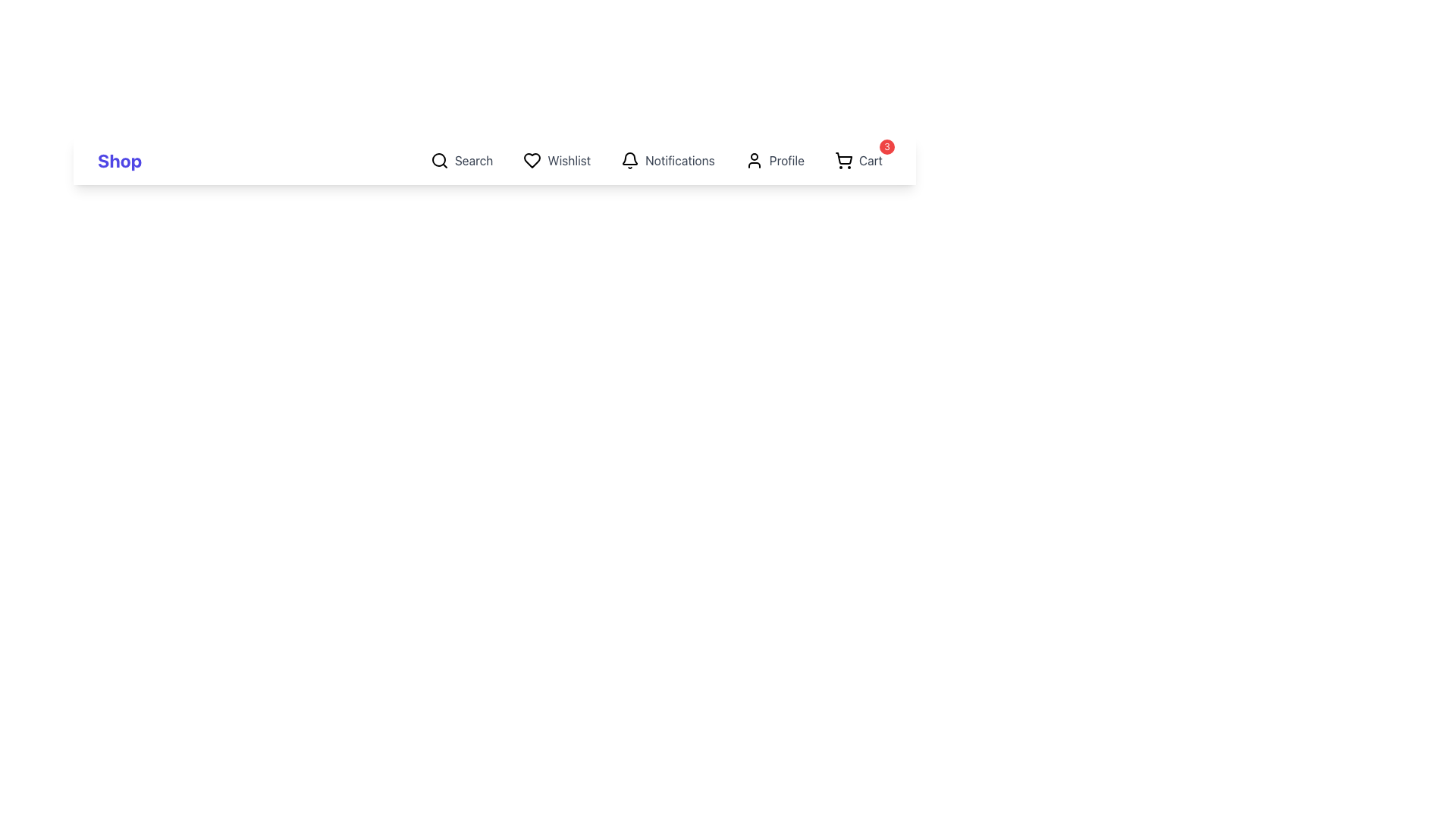 The height and width of the screenshot is (819, 1456). What do you see at coordinates (843, 158) in the screenshot?
I see `the shopping cart icon located in the top-right section of the navigation bar to proceed to the shopping cart page` at bounding box center [843, 158].